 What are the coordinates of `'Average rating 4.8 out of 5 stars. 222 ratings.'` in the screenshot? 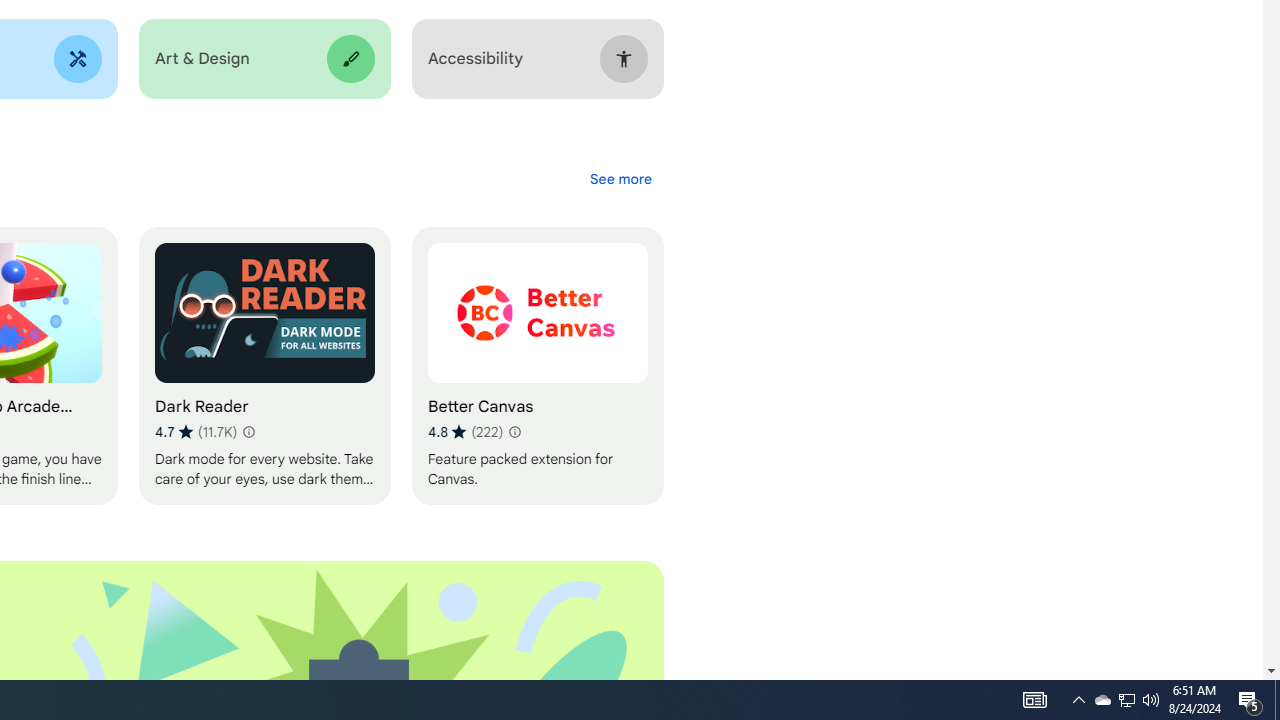 It's located at (464, 431).